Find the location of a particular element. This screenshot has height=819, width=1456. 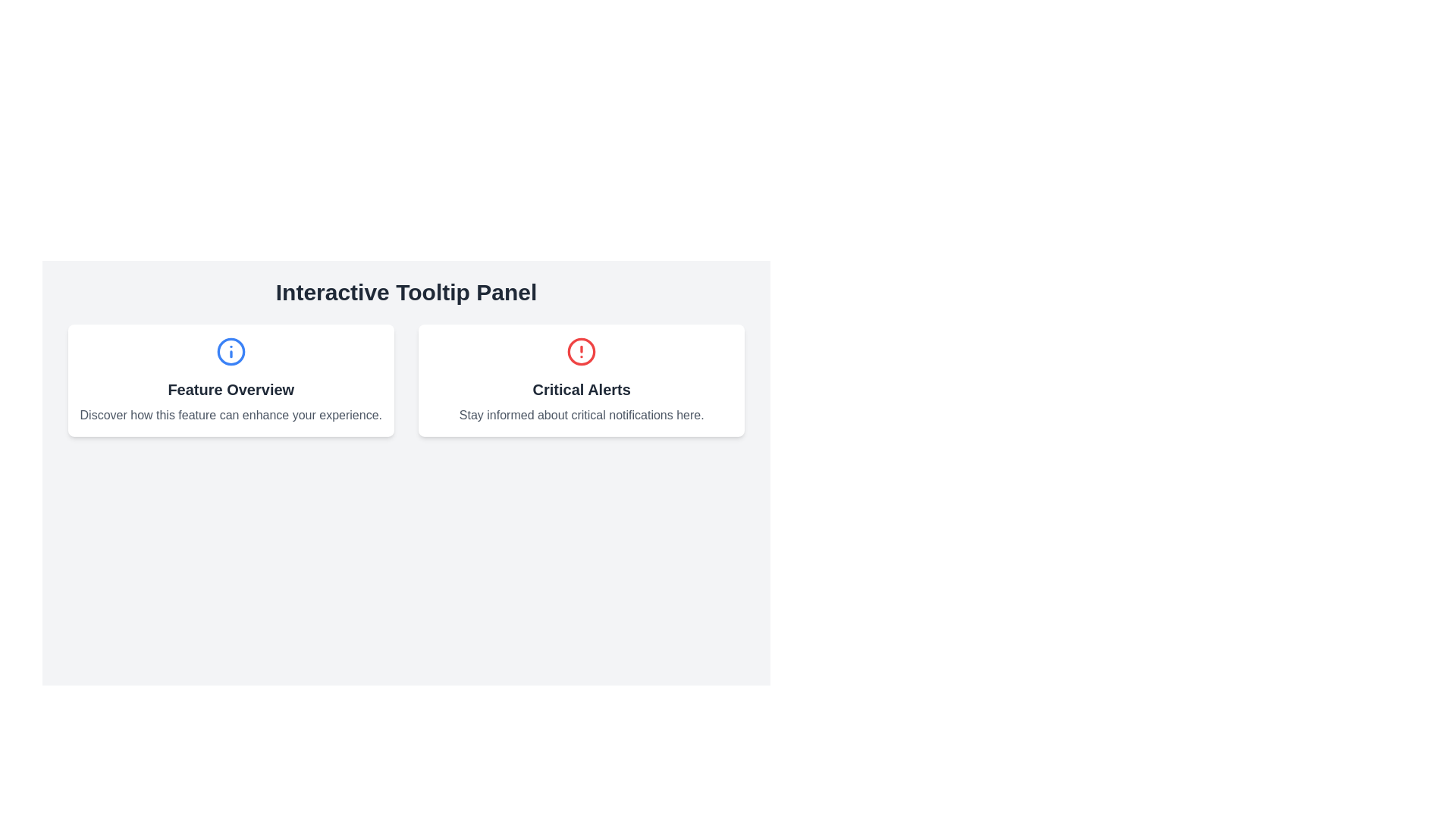

the Information Panel, which is the second panel in a two-column layout, located to the right of the 'Feature Overview' panel is located at coordinates (581, 379).